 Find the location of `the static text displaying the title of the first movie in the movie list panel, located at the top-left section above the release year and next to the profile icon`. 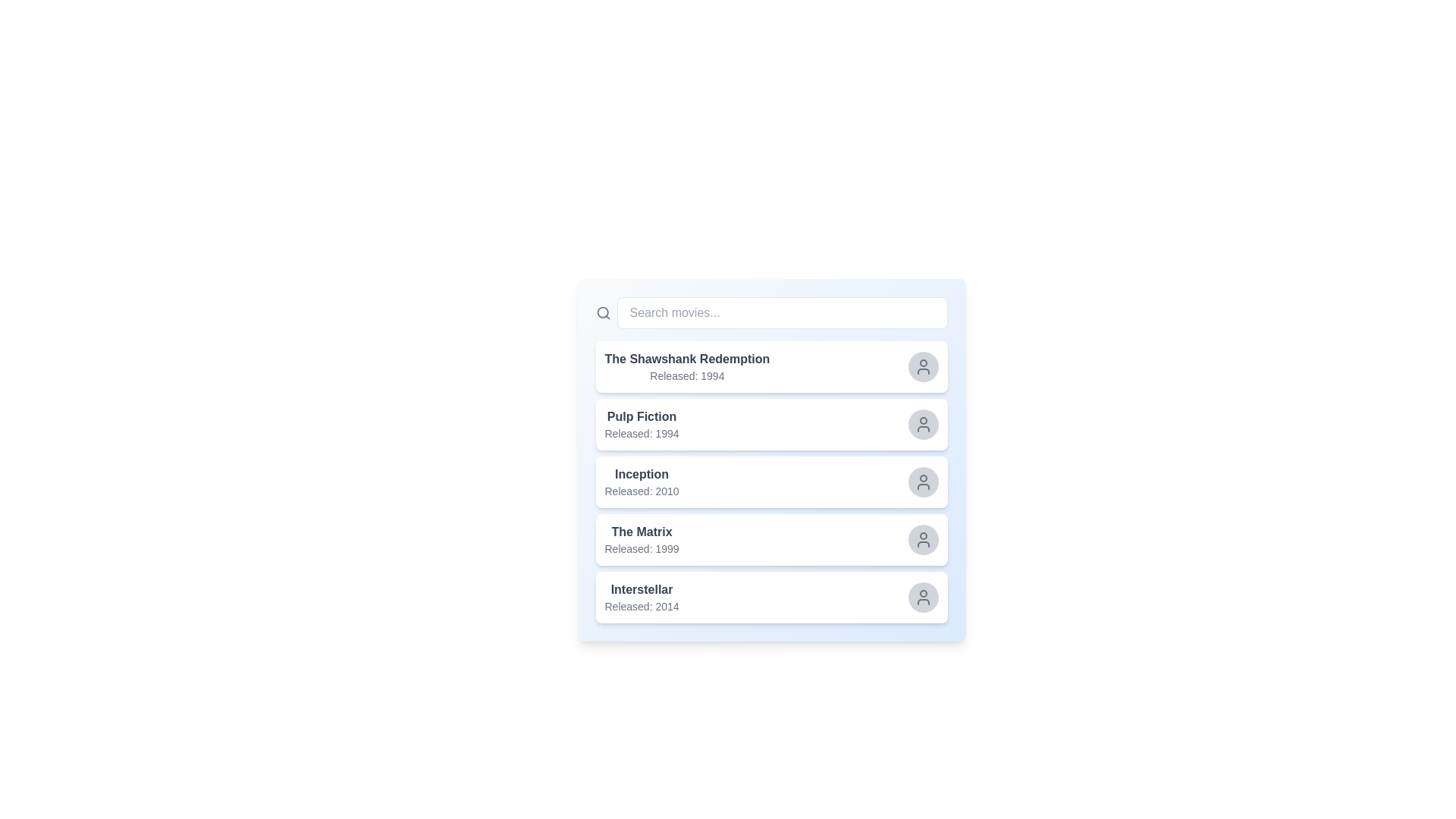

the static text displaying the title of the first movie in the movie list panel, located at the top-left section above the release year and next to the profile icon is located at coordinates (686, 359).